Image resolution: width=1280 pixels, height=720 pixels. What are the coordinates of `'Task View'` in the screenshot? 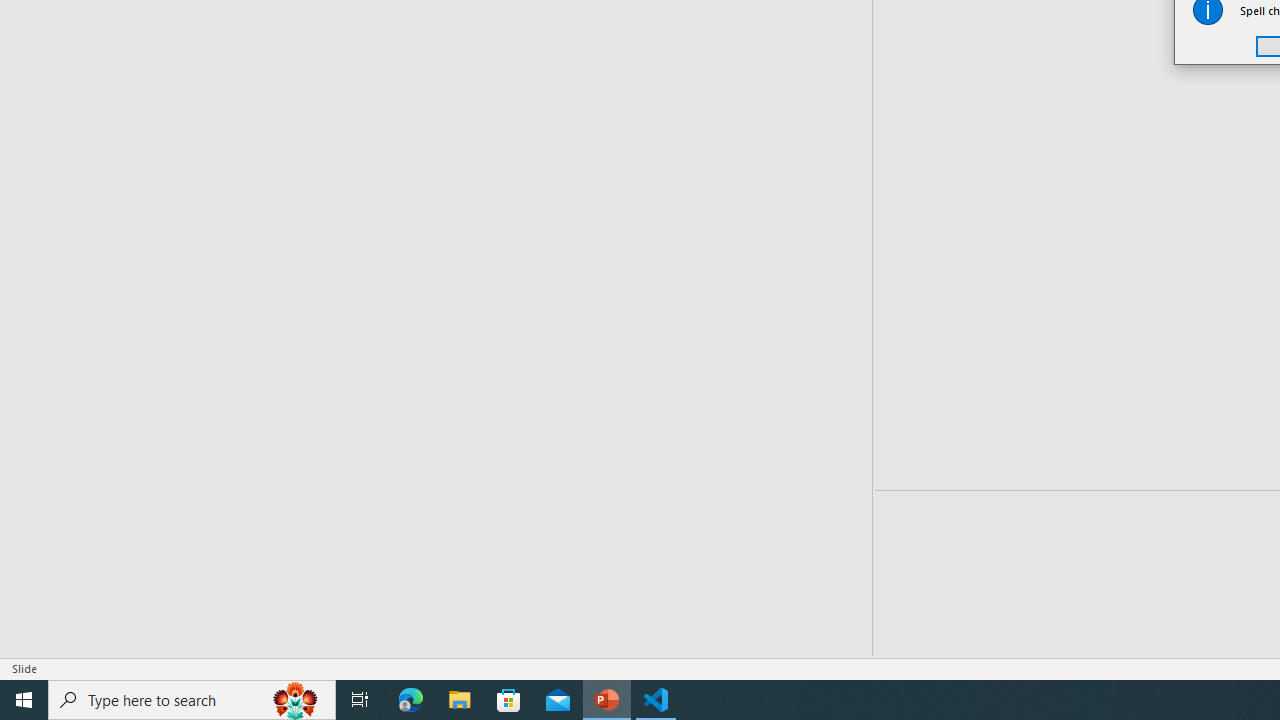 It's located at (359, 698).